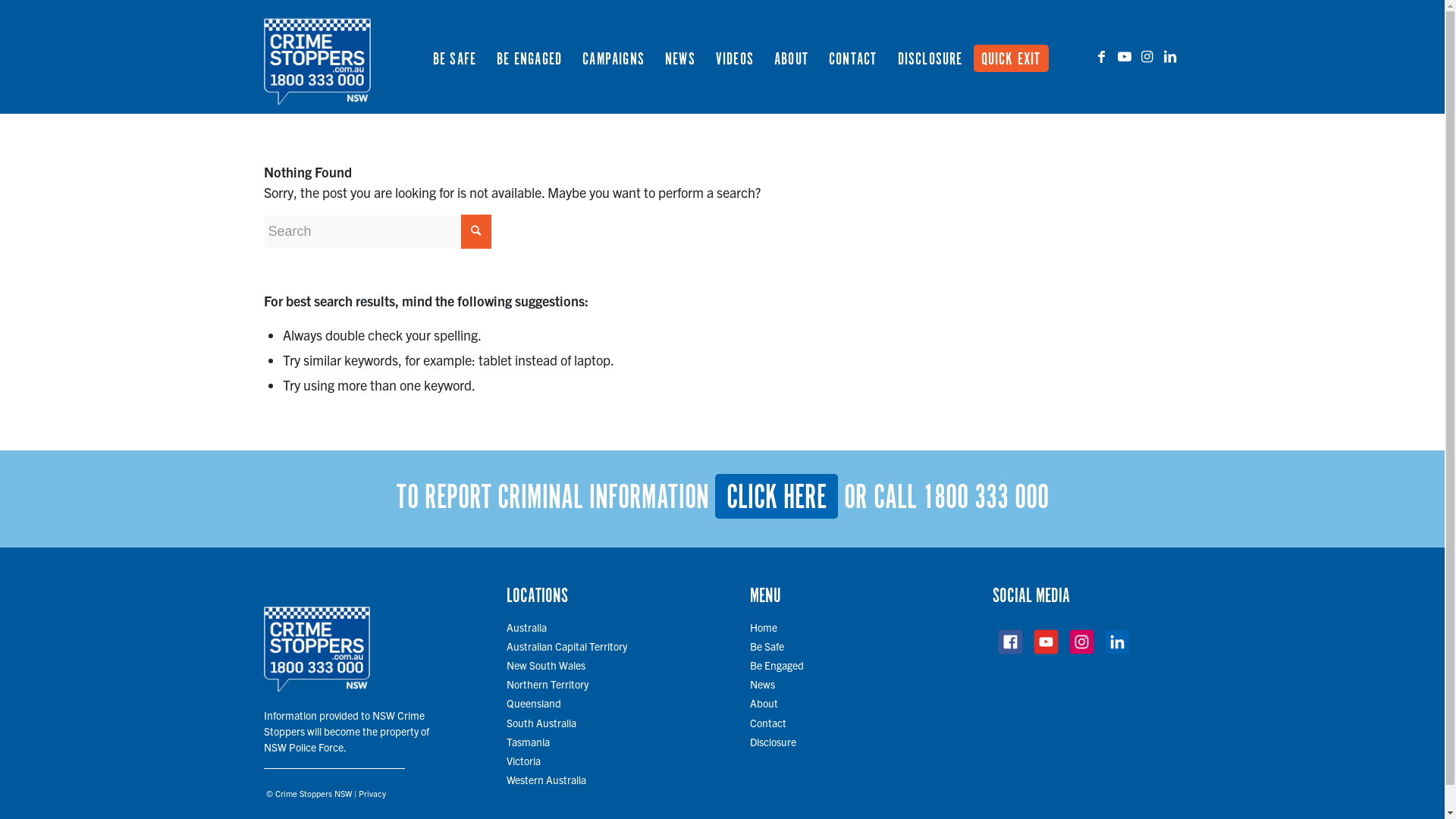 This screenshot has height=819, width=1456. What do you see at coordinates (453, 55) in the screenshot?
I see `'BE SAFE'` at bounding box center [453, 55].